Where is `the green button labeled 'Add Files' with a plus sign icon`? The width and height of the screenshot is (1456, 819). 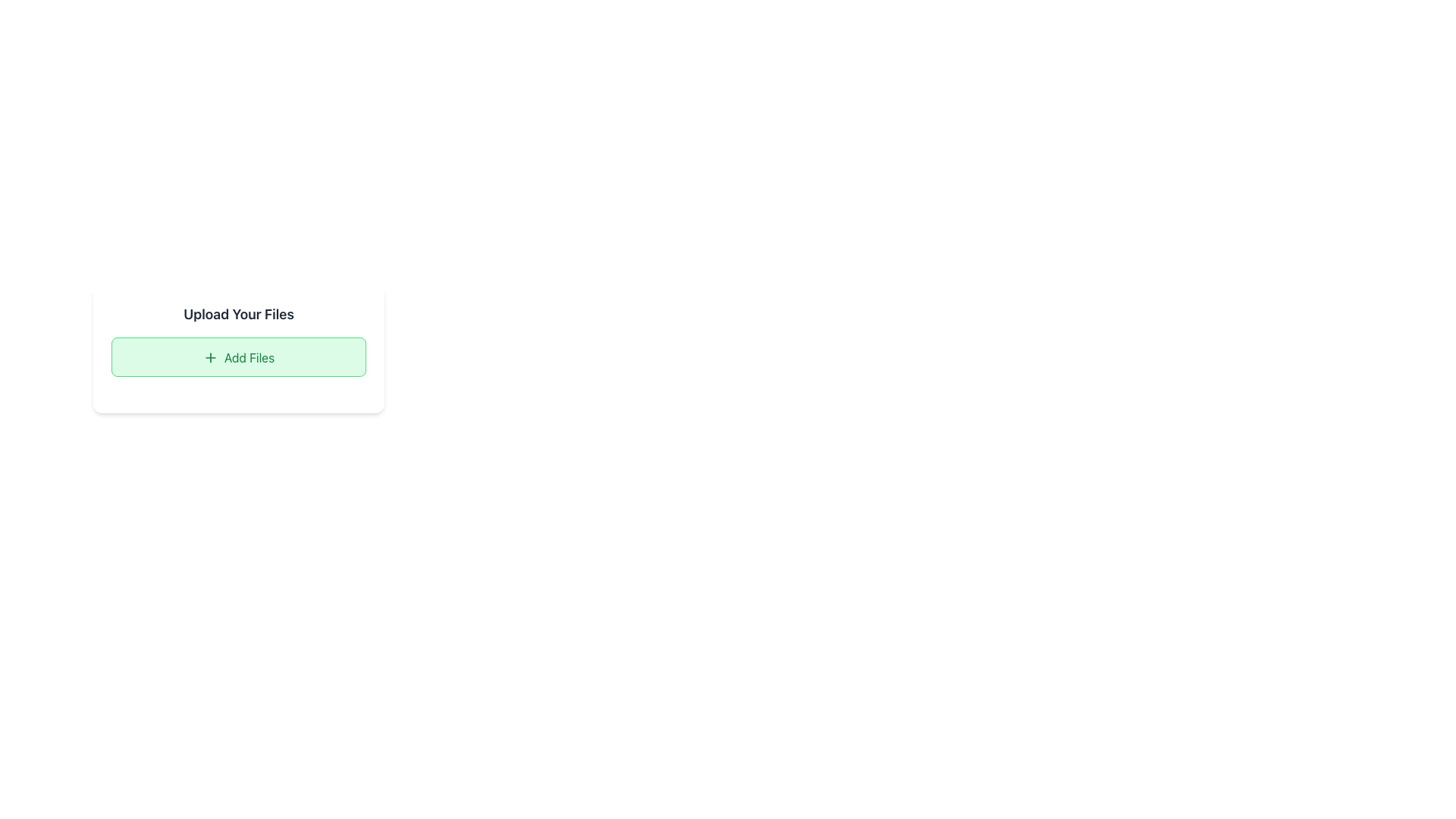 the green button labeled 'Add Files' with a plus sign icon is located at coordinates (238, 348).